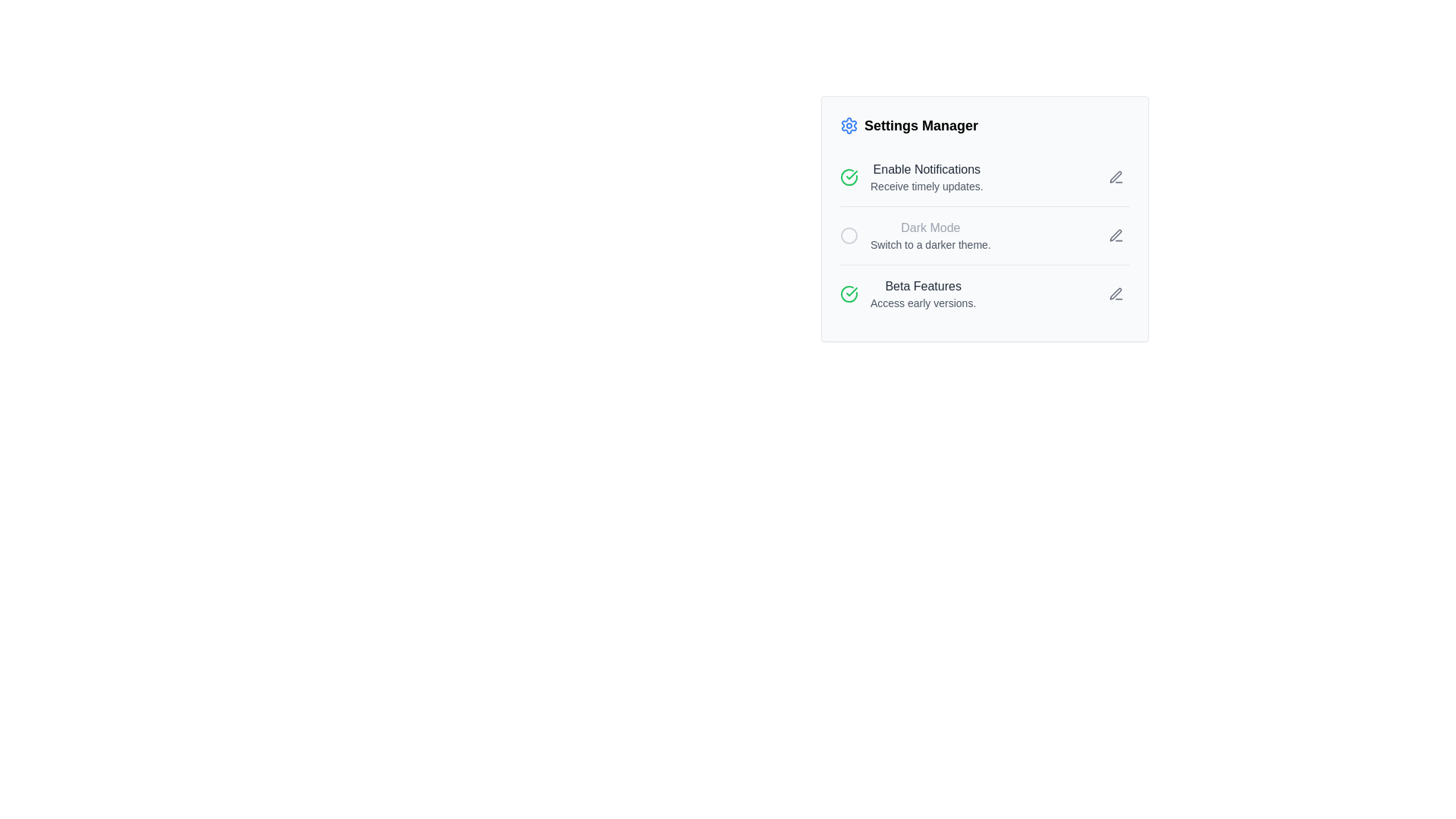 Image resolution: width=1456 pixels, height=819 pixels. What do you see at coordinates (1116, 176) in the screenshot?
I see `the editing icon for the 'Enable Notifications' setting located at the far-right of the 'Settings Manager' section` at bounding box center [1116, 176].